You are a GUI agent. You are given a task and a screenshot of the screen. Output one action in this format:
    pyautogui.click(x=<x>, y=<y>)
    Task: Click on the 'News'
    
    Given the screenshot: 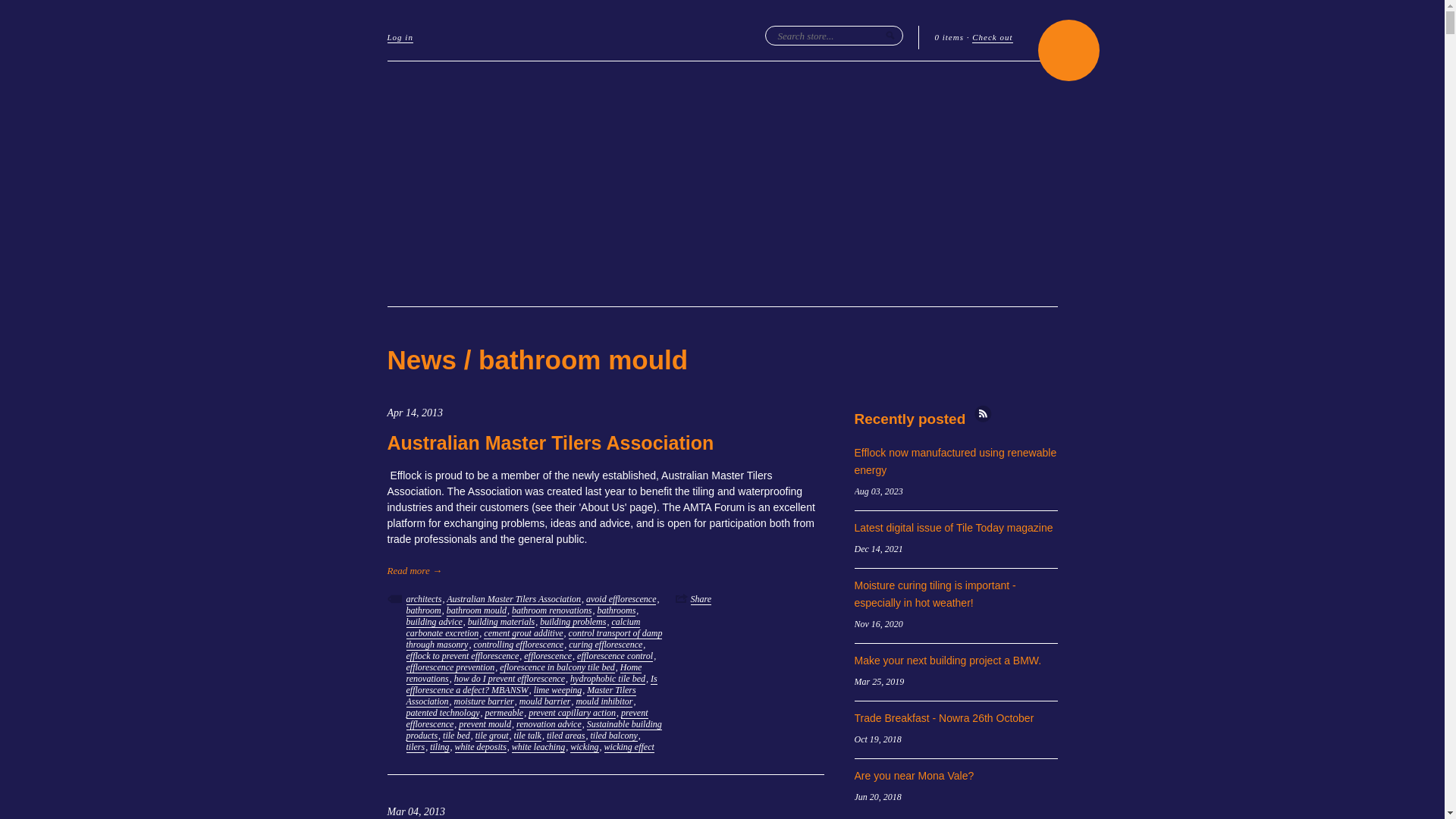 What is the action you would take?
    pyautogui.click(x=421, y=359)
    